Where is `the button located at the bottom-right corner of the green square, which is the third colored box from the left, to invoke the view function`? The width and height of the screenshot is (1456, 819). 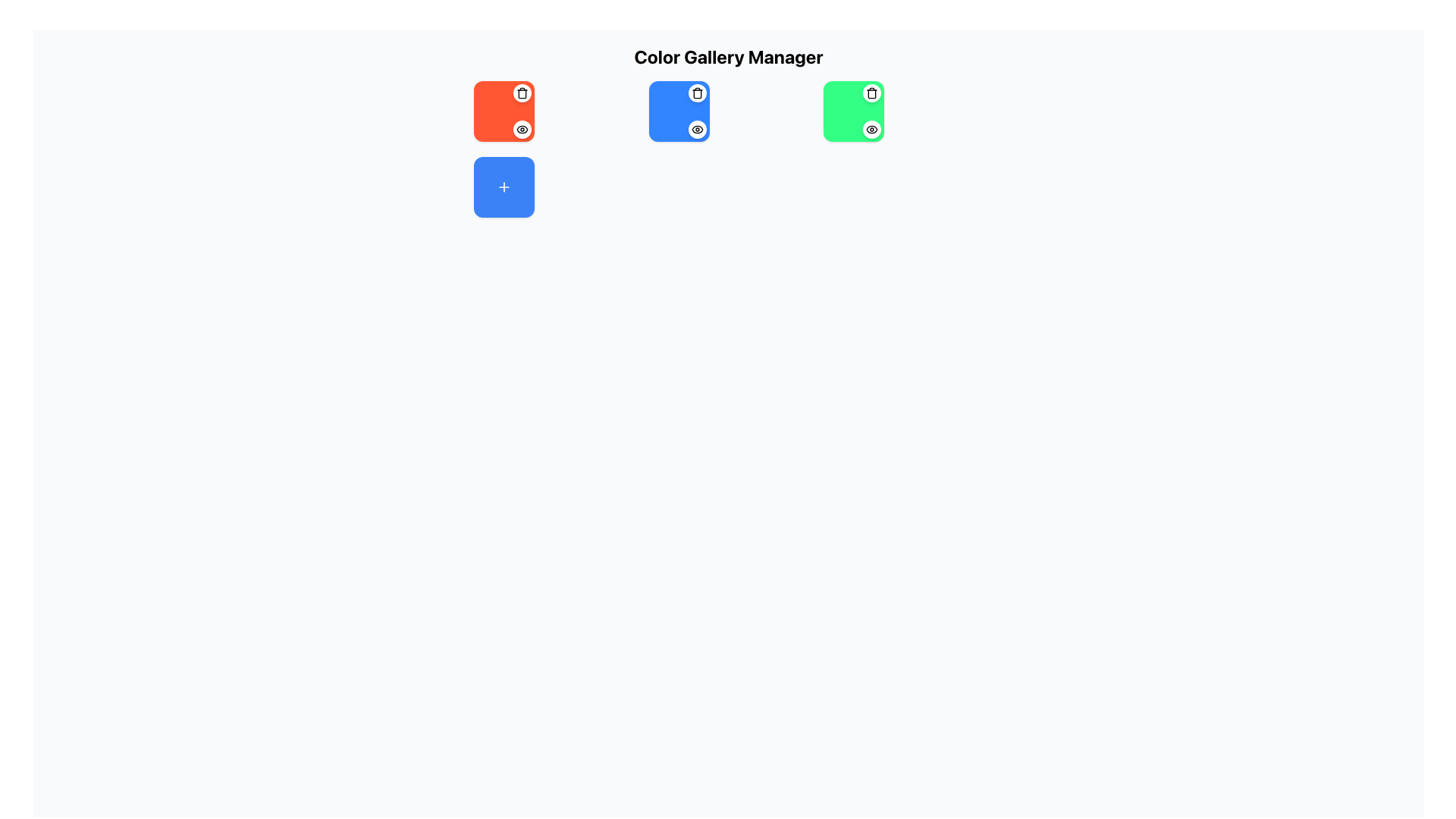 the button located at the bottom-right corner of the green square, which is the third colored box from the left, to invoke the view function is located at coordinates (872, 128).